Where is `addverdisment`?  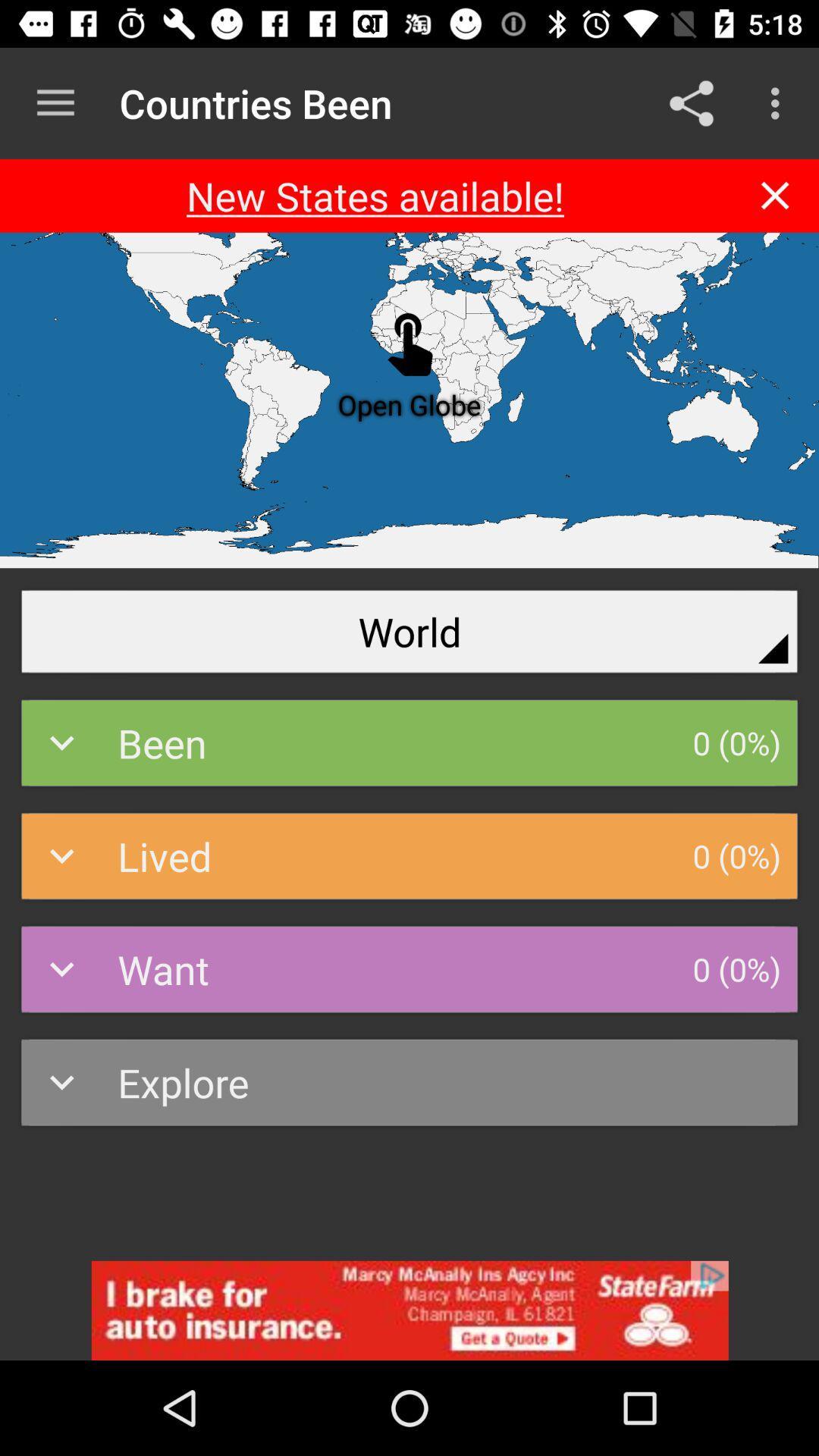 addverdisment is located at coordinates (409, 1310).